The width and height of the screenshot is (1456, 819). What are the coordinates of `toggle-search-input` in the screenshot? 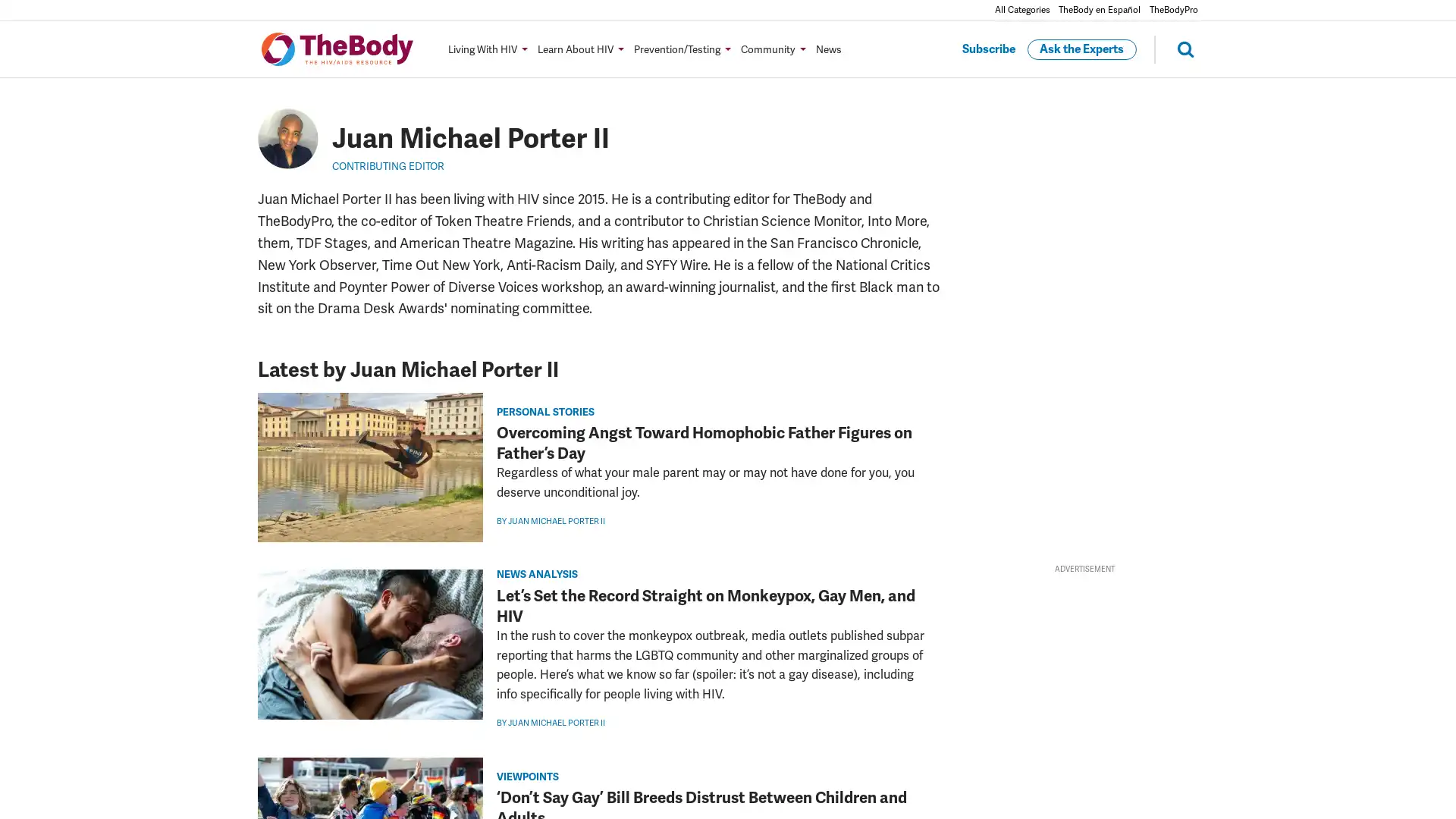 It's located at (1175, 48).